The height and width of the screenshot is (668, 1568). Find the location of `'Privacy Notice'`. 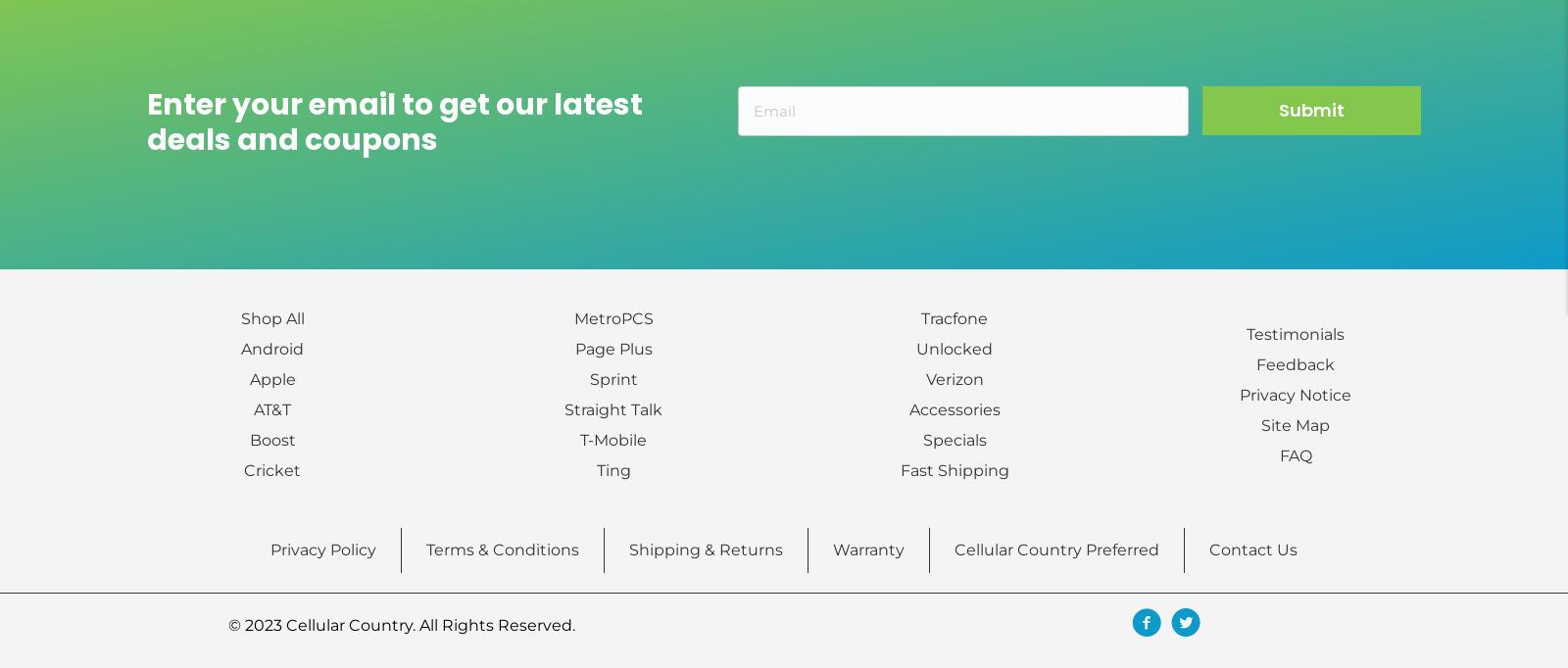

'Privacy Notice' is located at coordinates (1294, 394).